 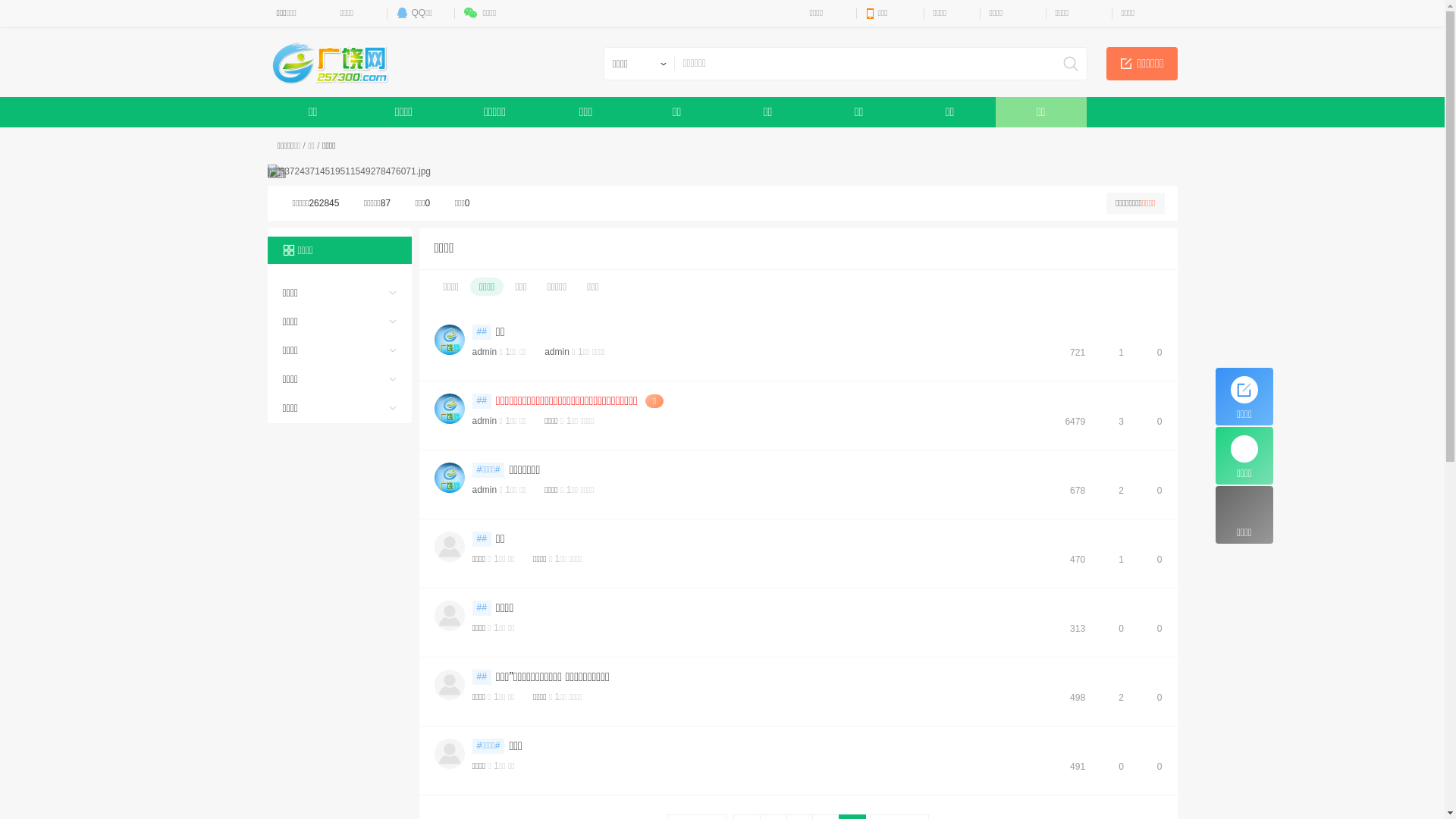 I want to click on '721', so click(x=1069, y=353).